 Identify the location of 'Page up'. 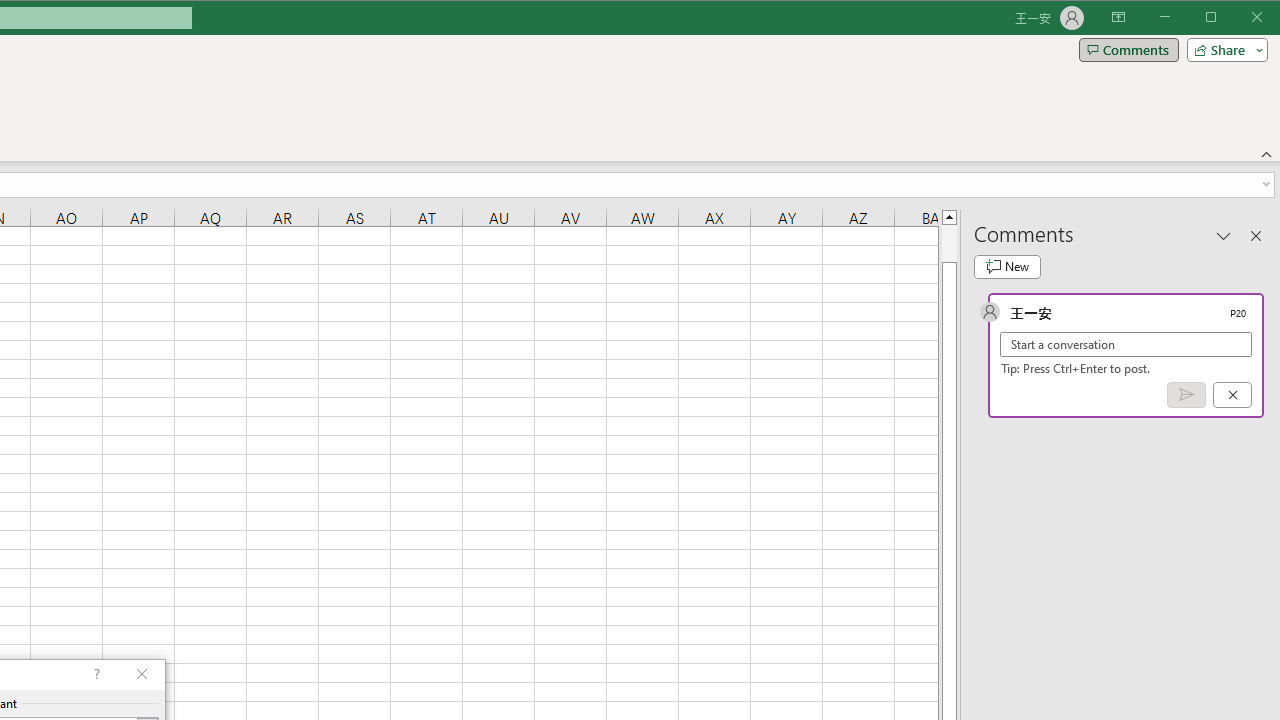
(948, 242).